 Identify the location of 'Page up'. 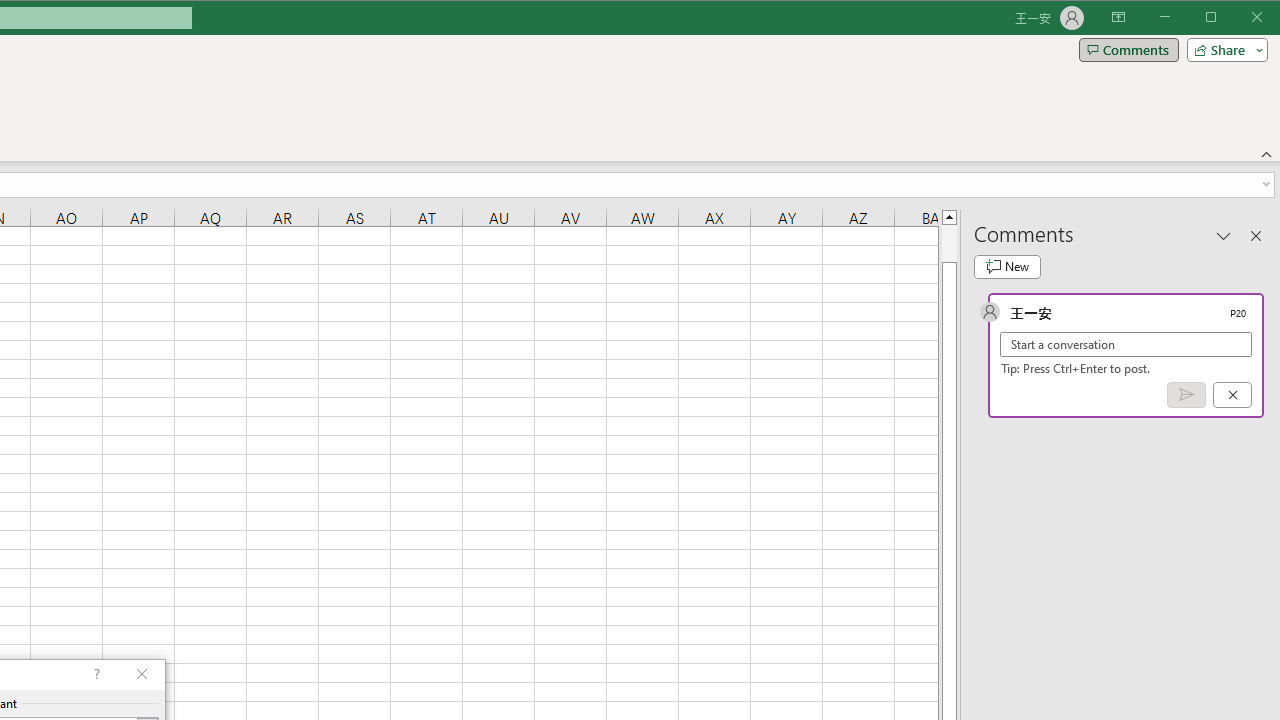
(948, 242).